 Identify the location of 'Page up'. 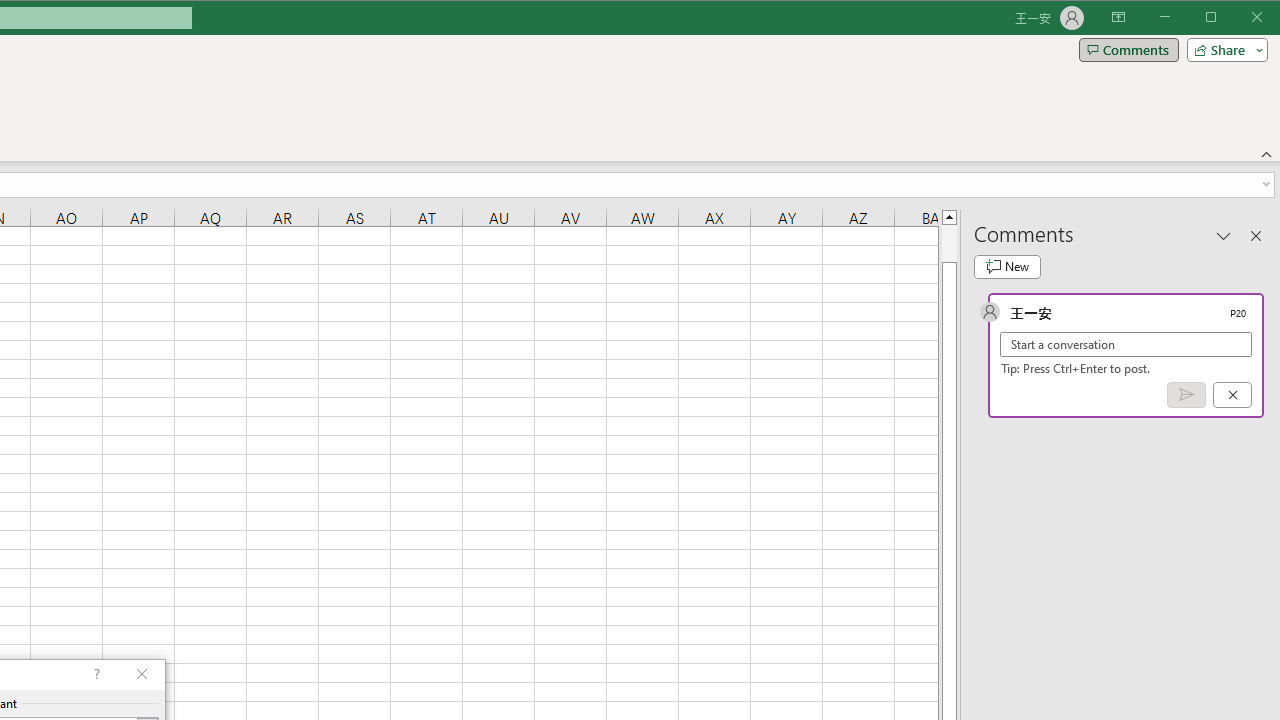
(948, 242).